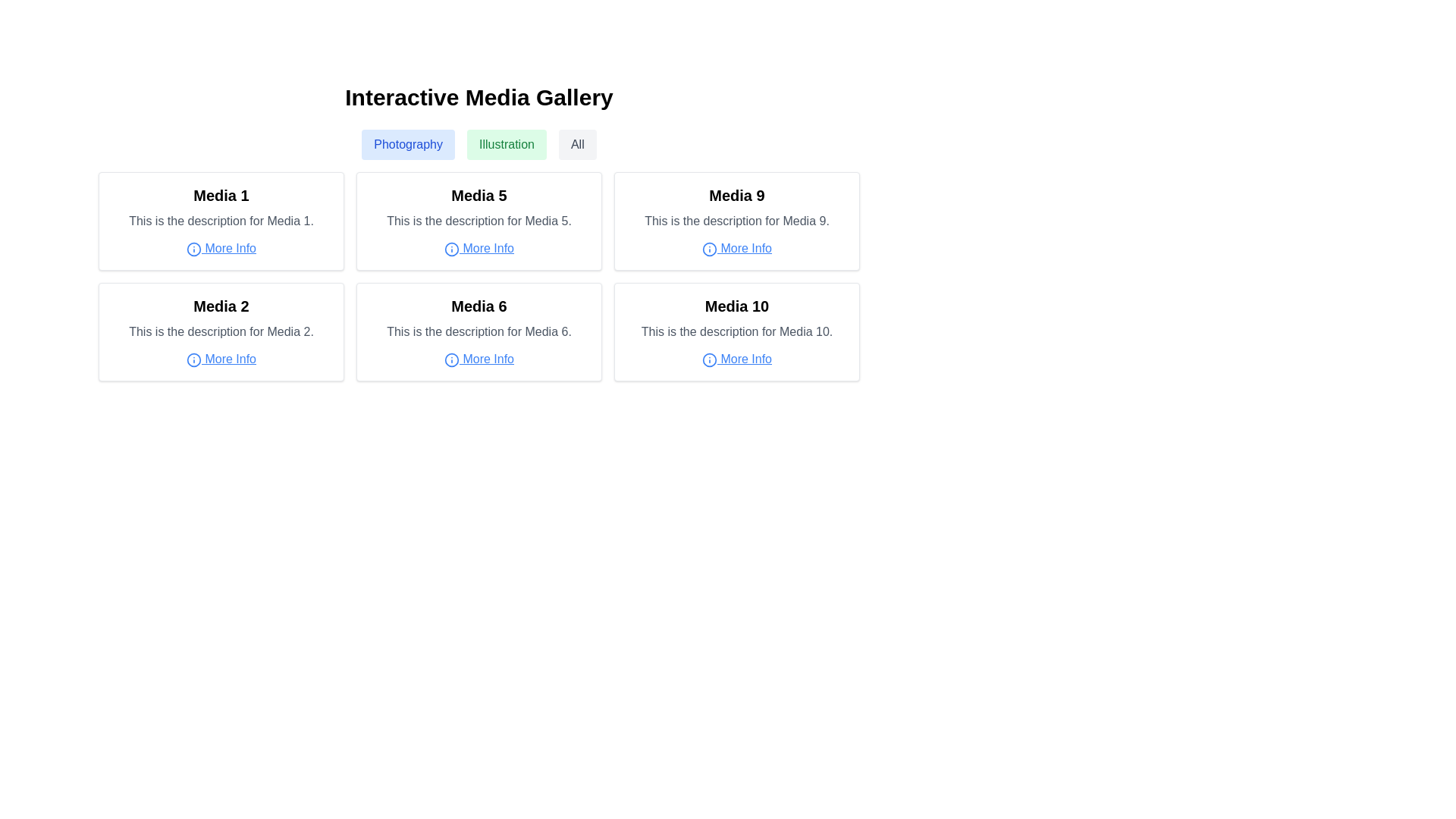 This screenshot has width=1456, height=819. I want to click on the small circular icon with an 'i' inside, which is styled in a blue outline and located next to the text 'More Info' under the description of 'Media 2', so click(193, 359).